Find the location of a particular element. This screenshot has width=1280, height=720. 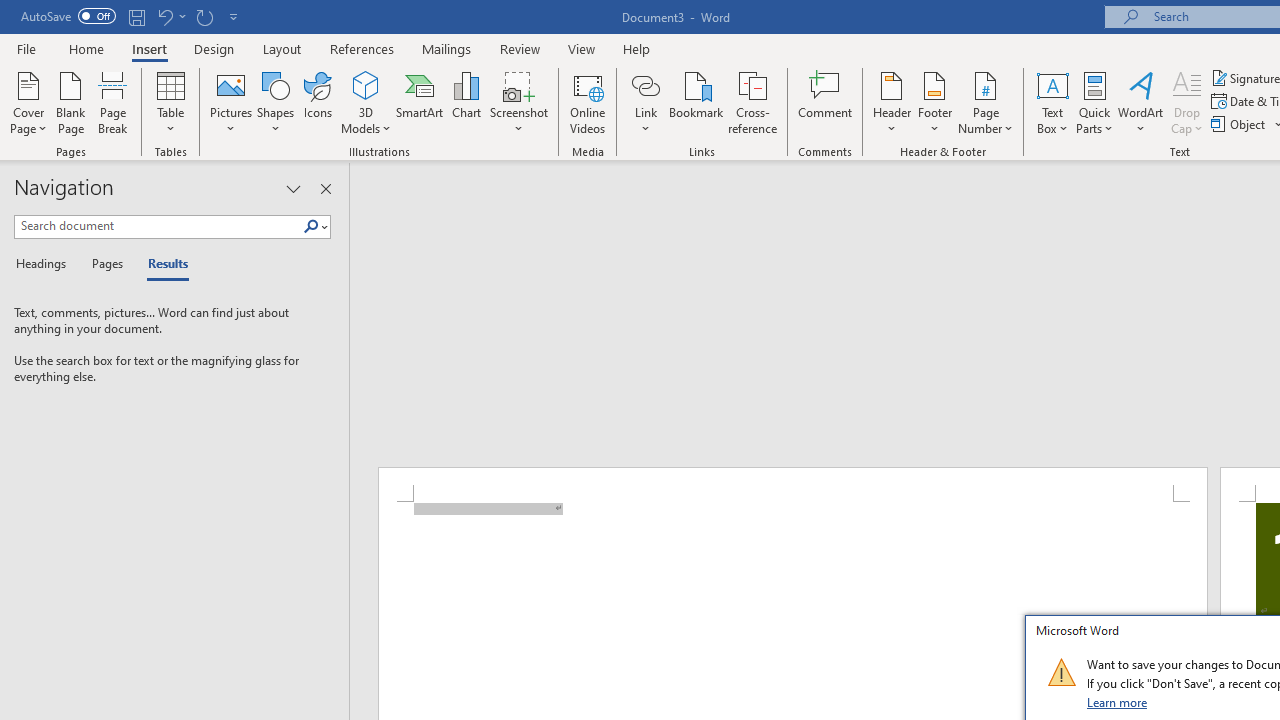

'References' is located at coordinates (362, 48).